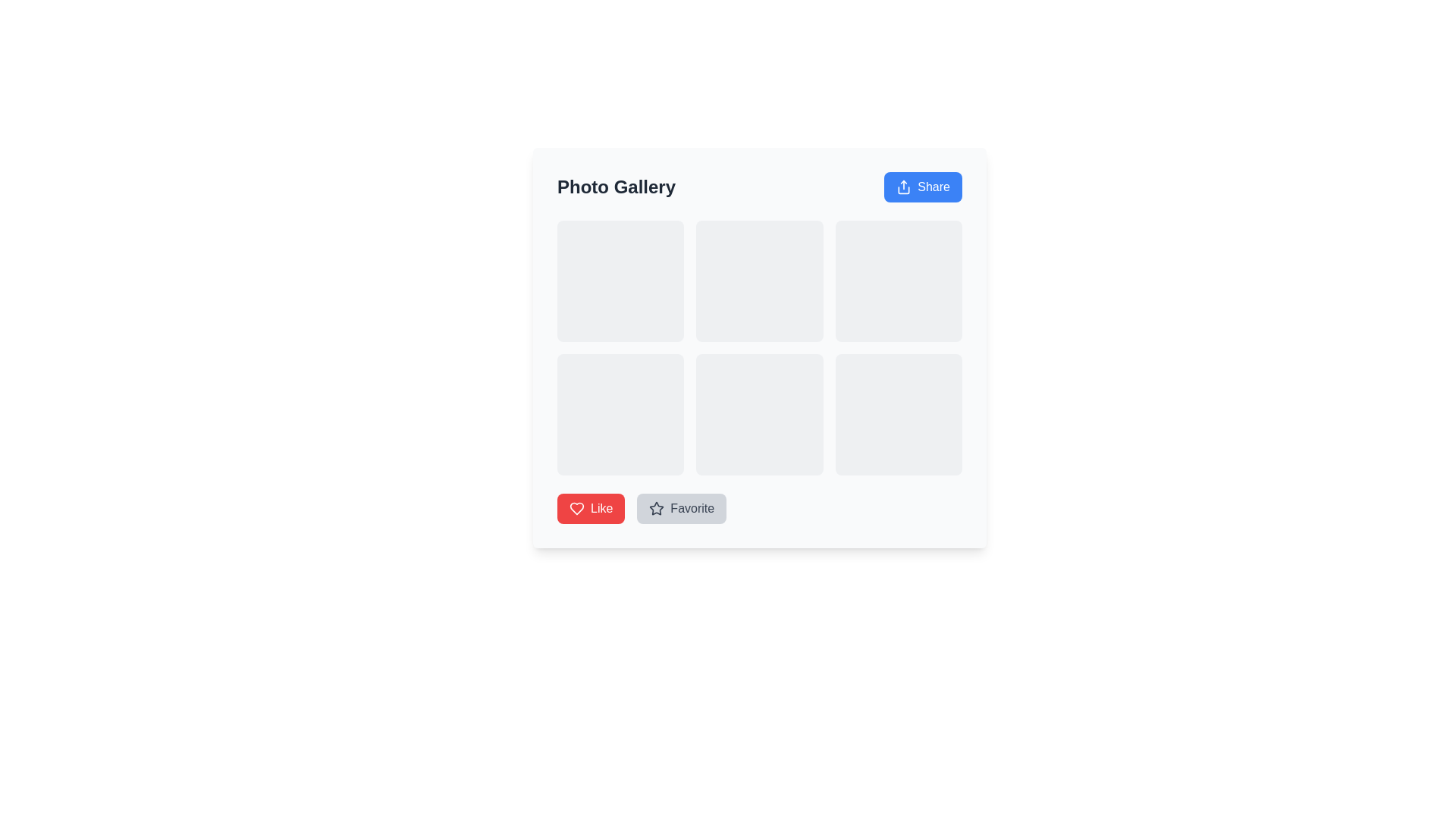  What do you see at coordinates (899, 281) in the screenshot?
I see `the third item in the top row of the 3x2 grid layout, which serves as a placeholder or loading indicator` at bounding box center [899, 281].